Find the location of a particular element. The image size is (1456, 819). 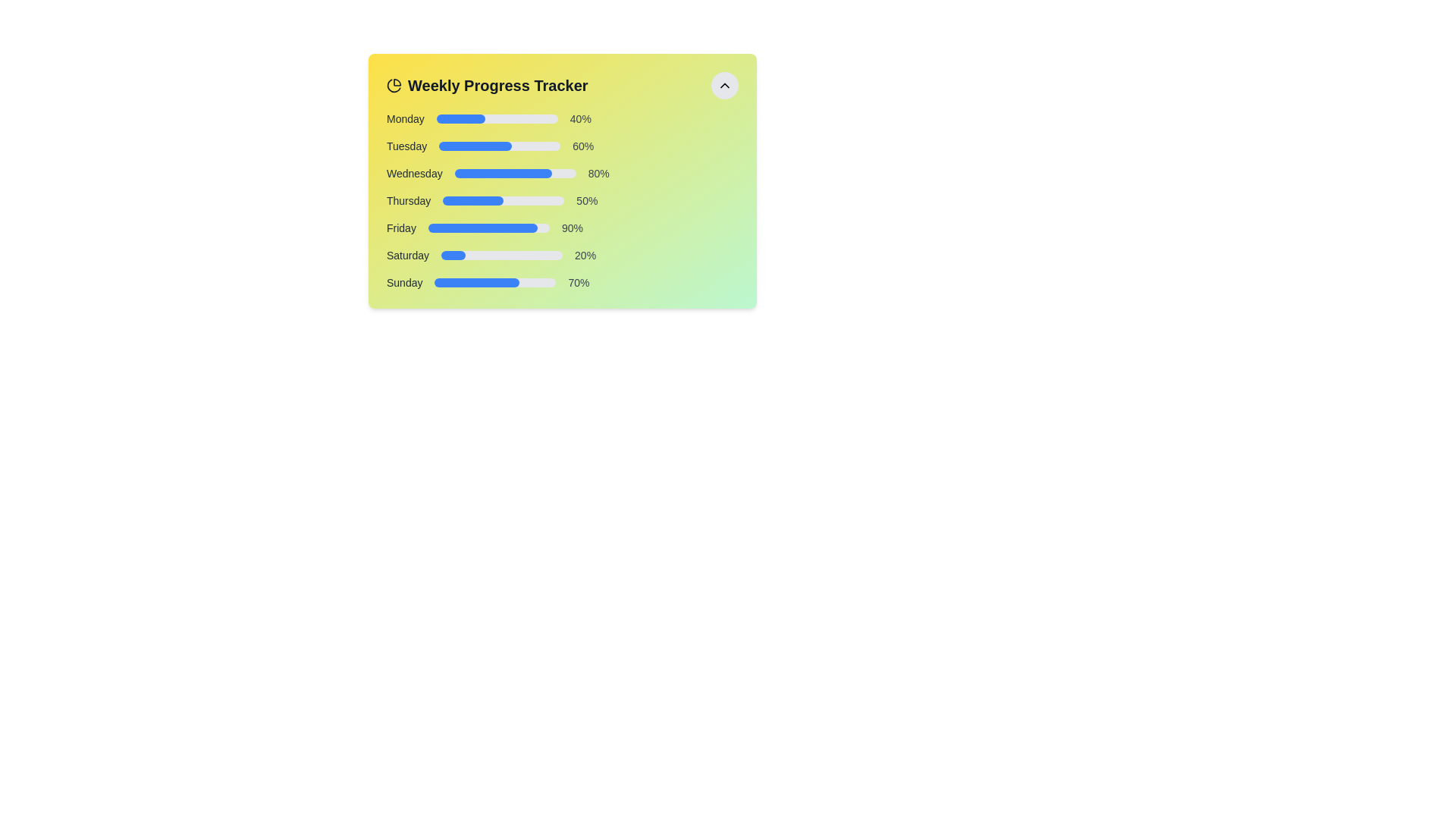

the static text displaying '40%' located next to the blue progress bar for 'Monday' in the weekly tracker table is located at coordinates (579, 118).